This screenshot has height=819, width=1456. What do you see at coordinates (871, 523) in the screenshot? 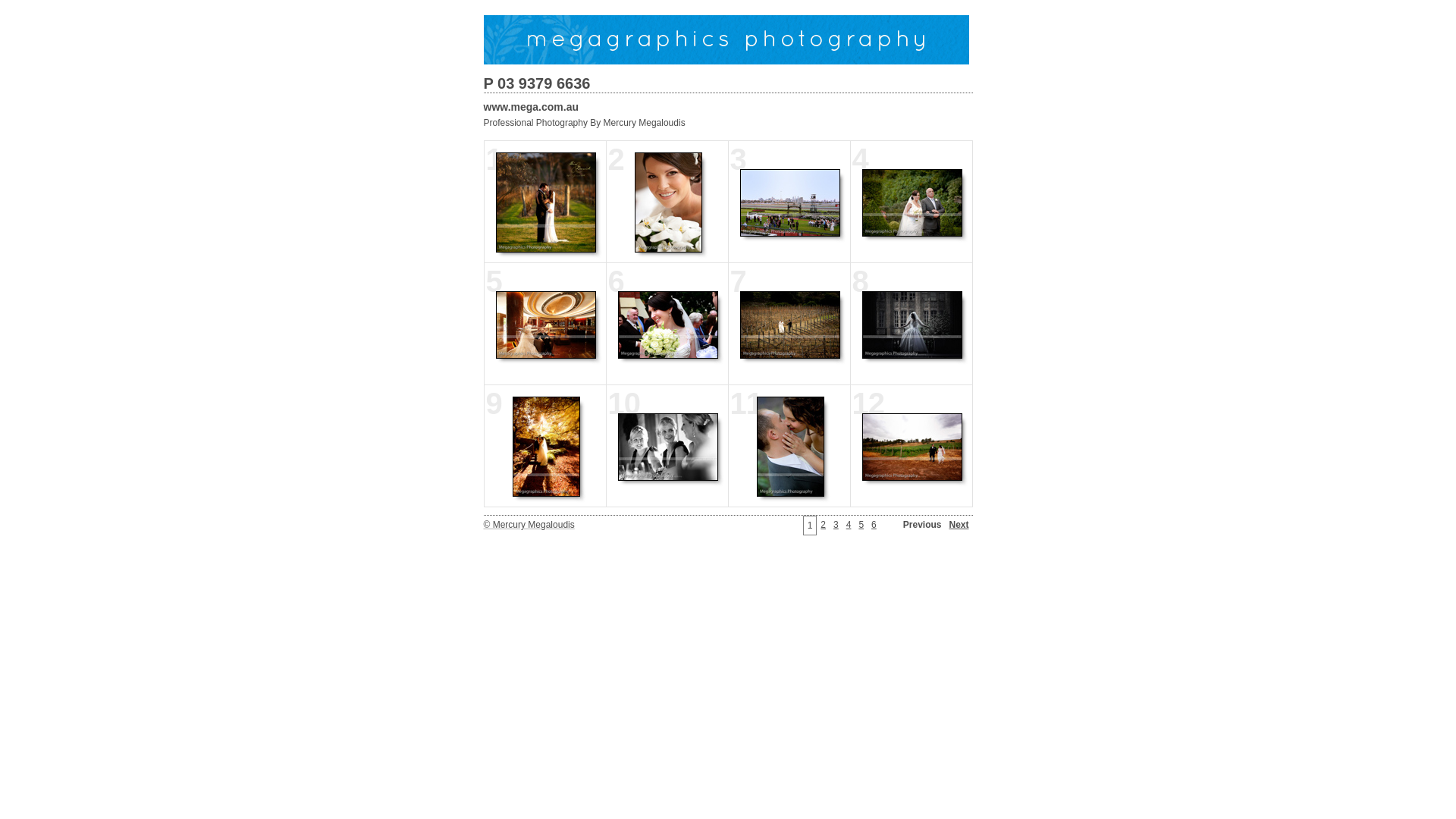
I see `'6'` at bounding box center [871, 523].